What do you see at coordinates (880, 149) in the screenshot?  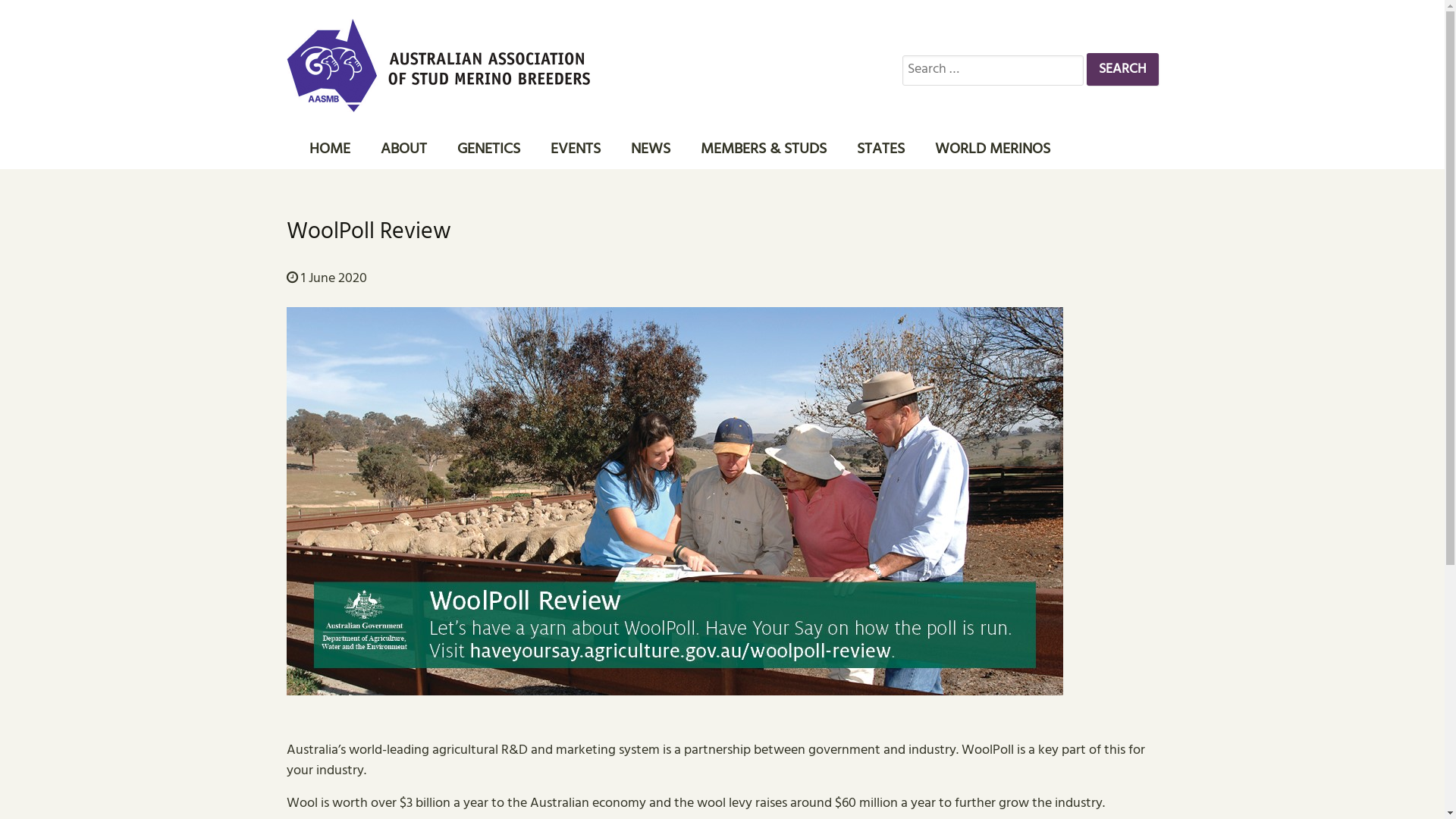 I see `'STATES'` at bounding box center [880, 149].